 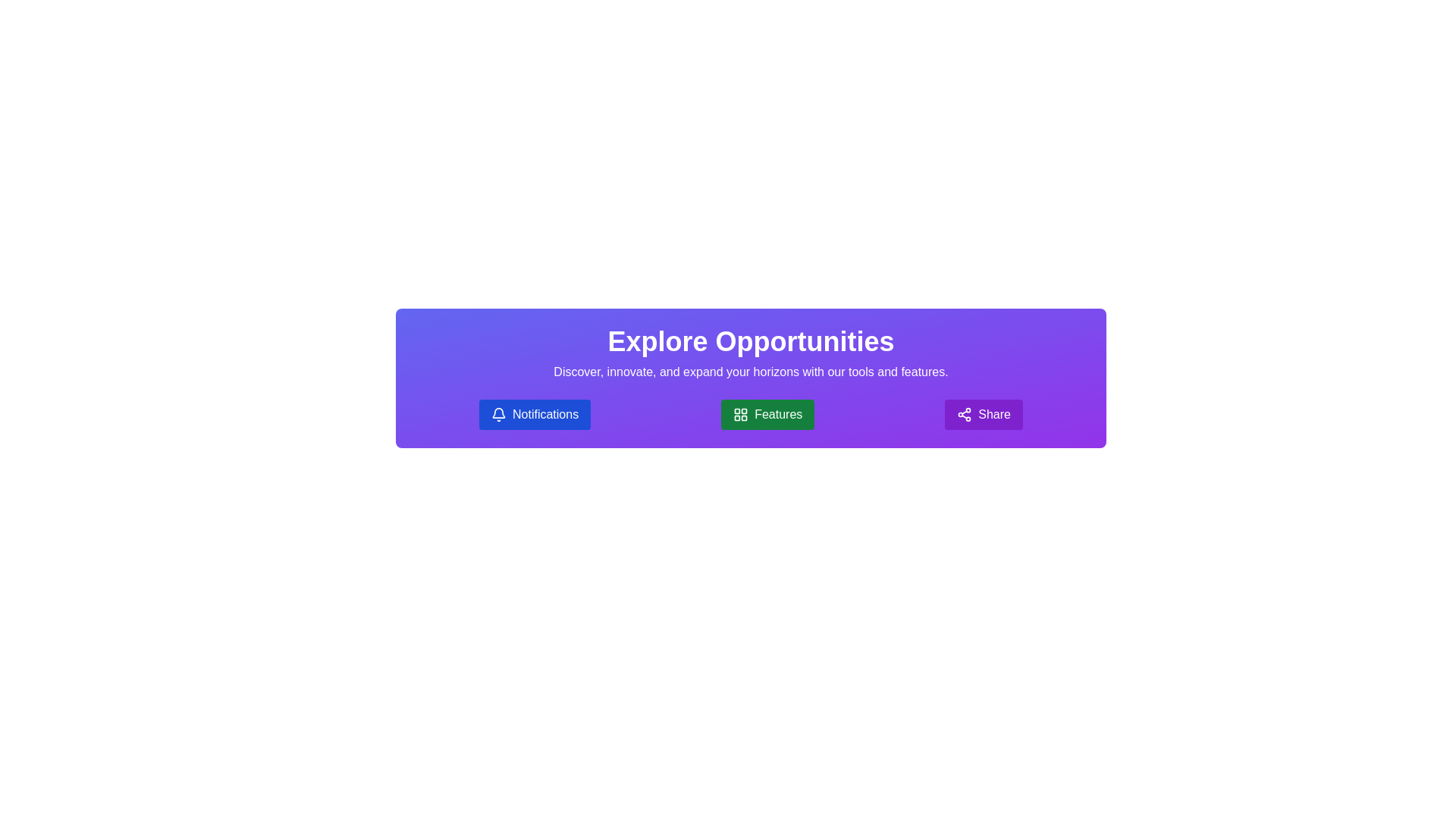 What do you see at coordinates (535, 415) in the screenshot?
I see `the 'Notifications' button, which is a rectangular button with a blue background and white text` at bounding box center [535, 415].